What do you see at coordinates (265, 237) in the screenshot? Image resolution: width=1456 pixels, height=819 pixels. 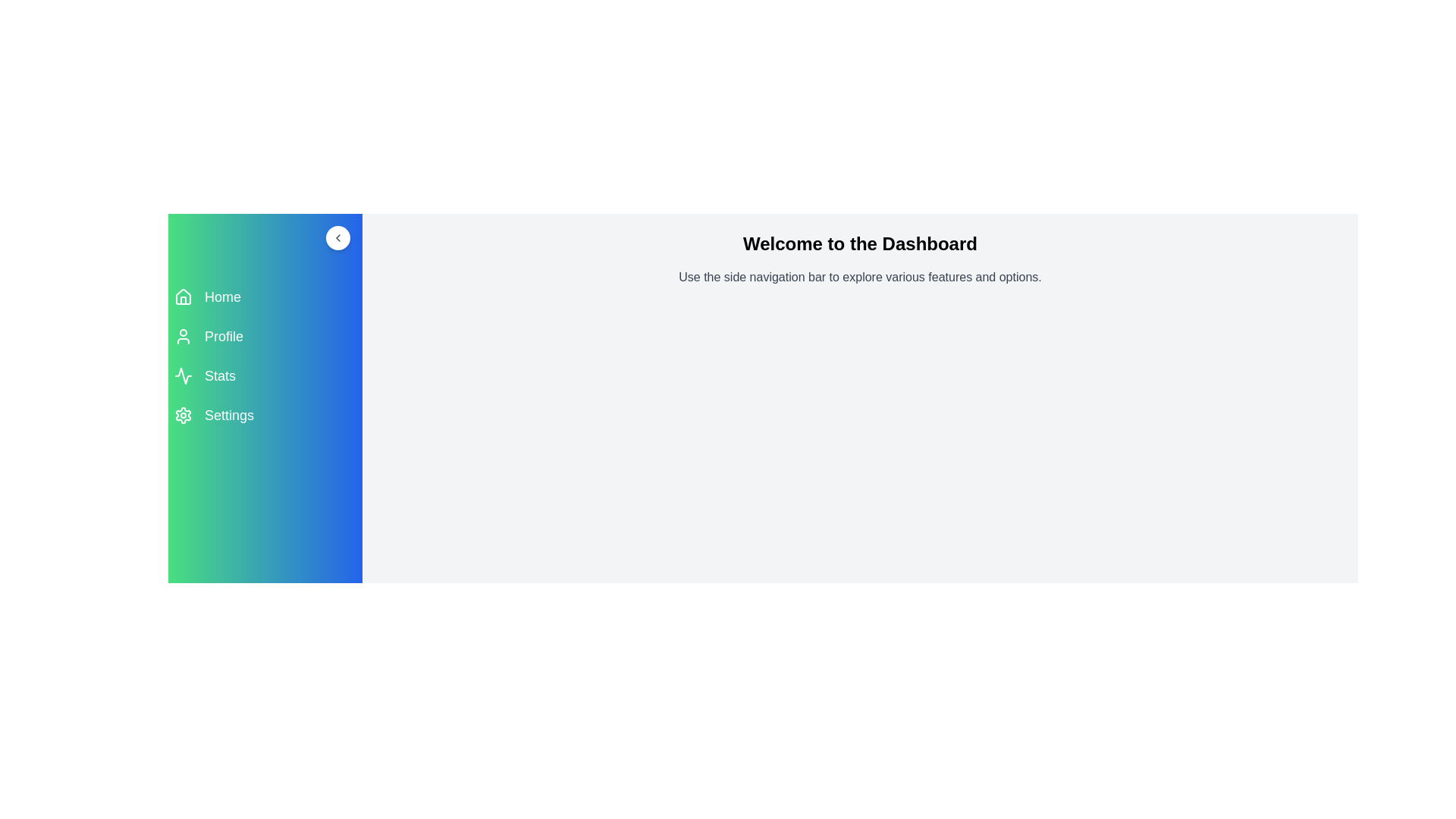 I see `the circular button with a chevron pointing left at the top of the sidebar` at bounding box center [265, 237].